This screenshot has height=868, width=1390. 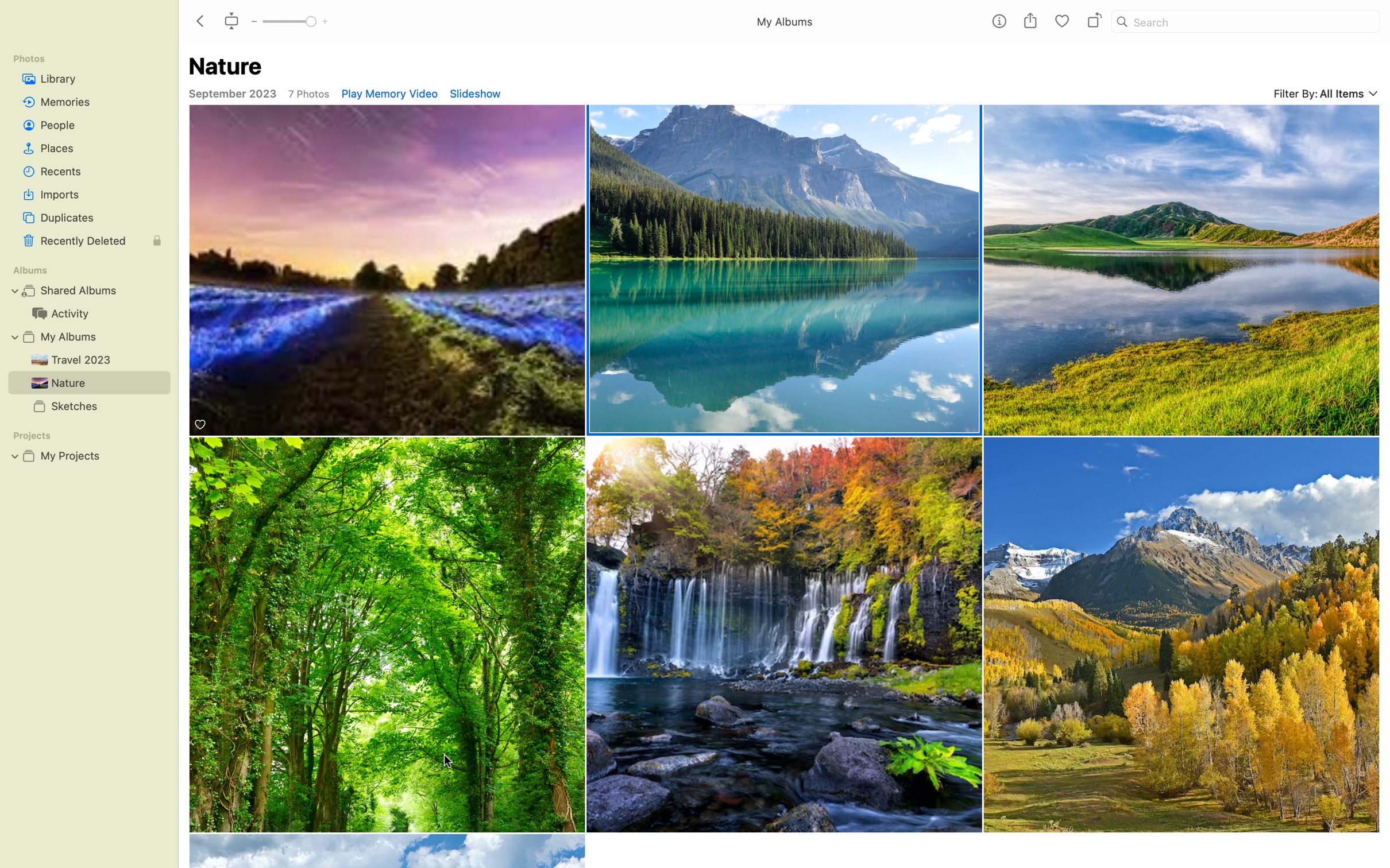 I want to click on Scroll down to the bottom of the page, so click(x=2639610, y=1022504).